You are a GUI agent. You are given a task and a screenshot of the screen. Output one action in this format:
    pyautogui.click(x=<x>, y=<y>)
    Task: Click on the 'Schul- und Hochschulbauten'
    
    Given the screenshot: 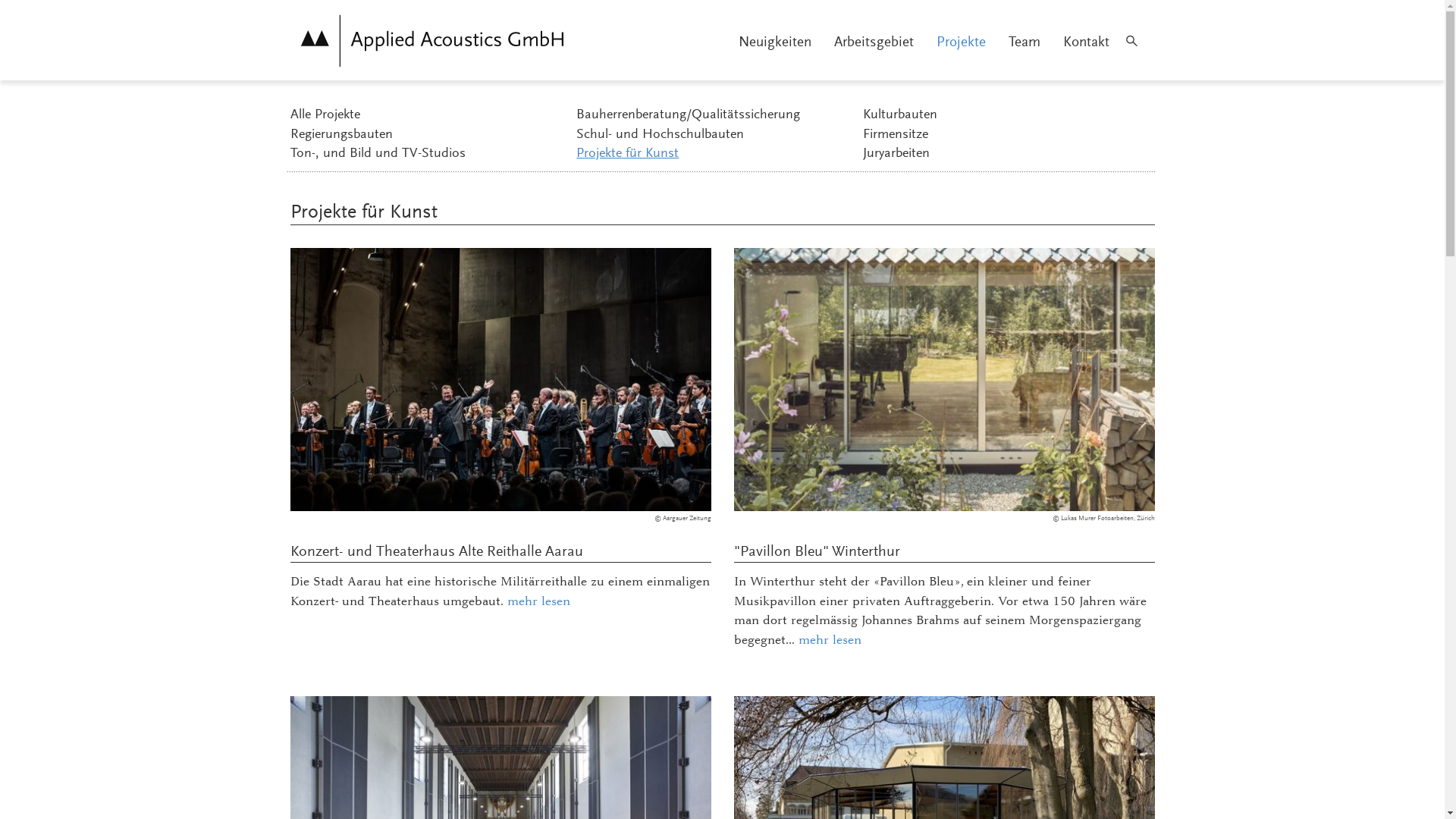 What is the action you would take?
    pyautogui.click(x=715, y=134)
    